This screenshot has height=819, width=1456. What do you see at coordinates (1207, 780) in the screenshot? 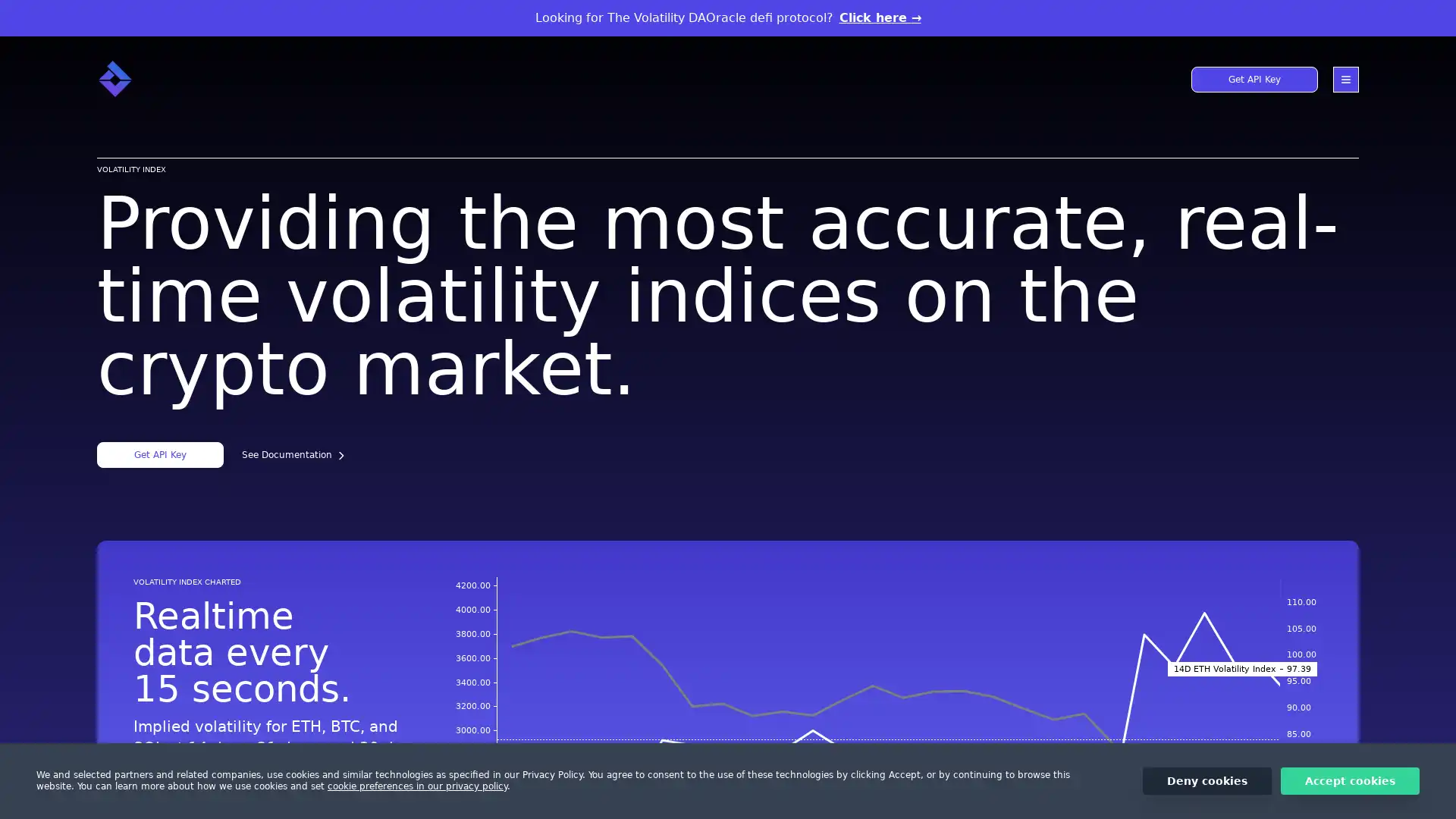
I see `Deny cookies` at bounding box center [1207, 780].